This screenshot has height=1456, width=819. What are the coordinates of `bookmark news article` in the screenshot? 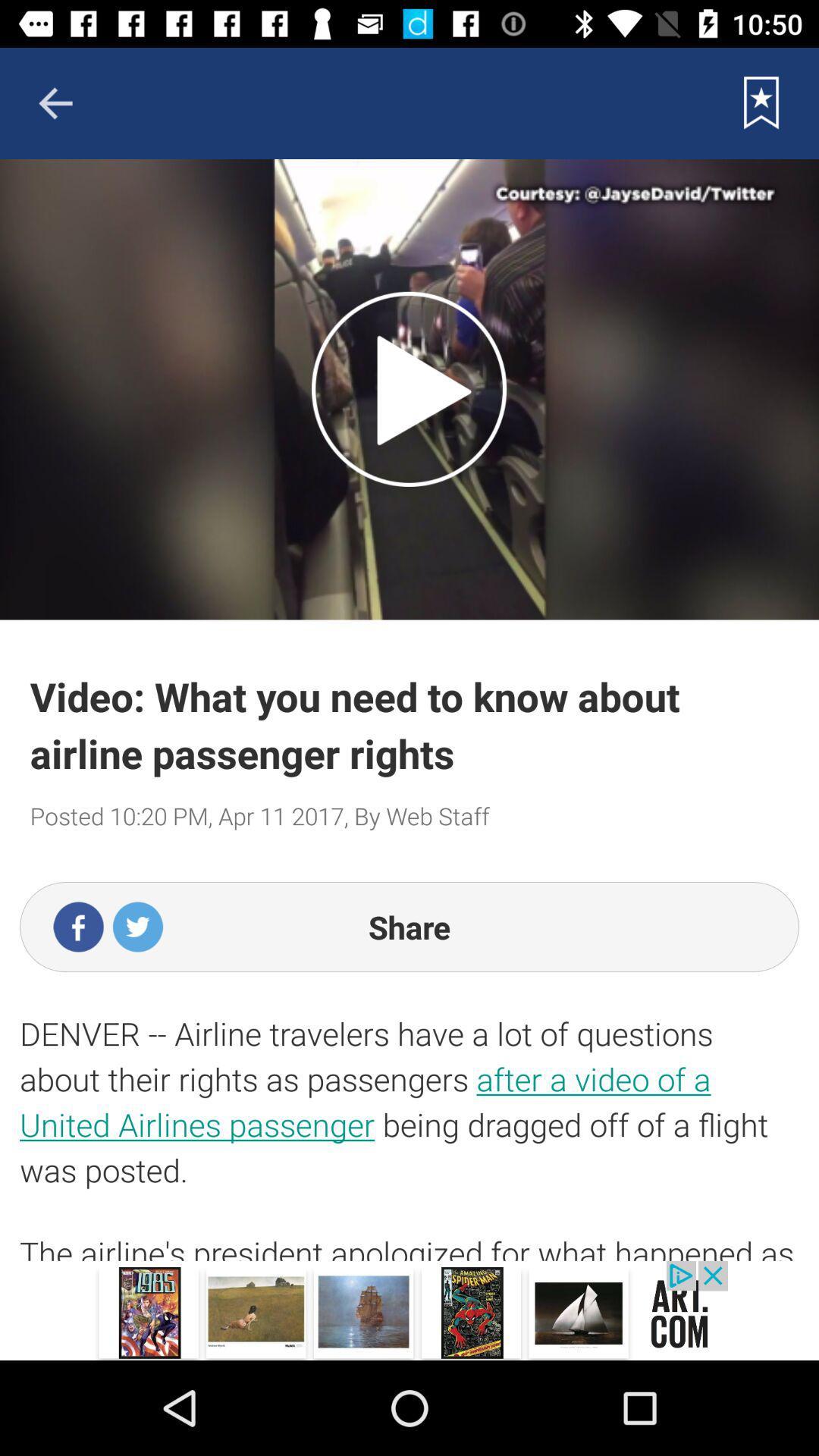 It's located at (761, 102).